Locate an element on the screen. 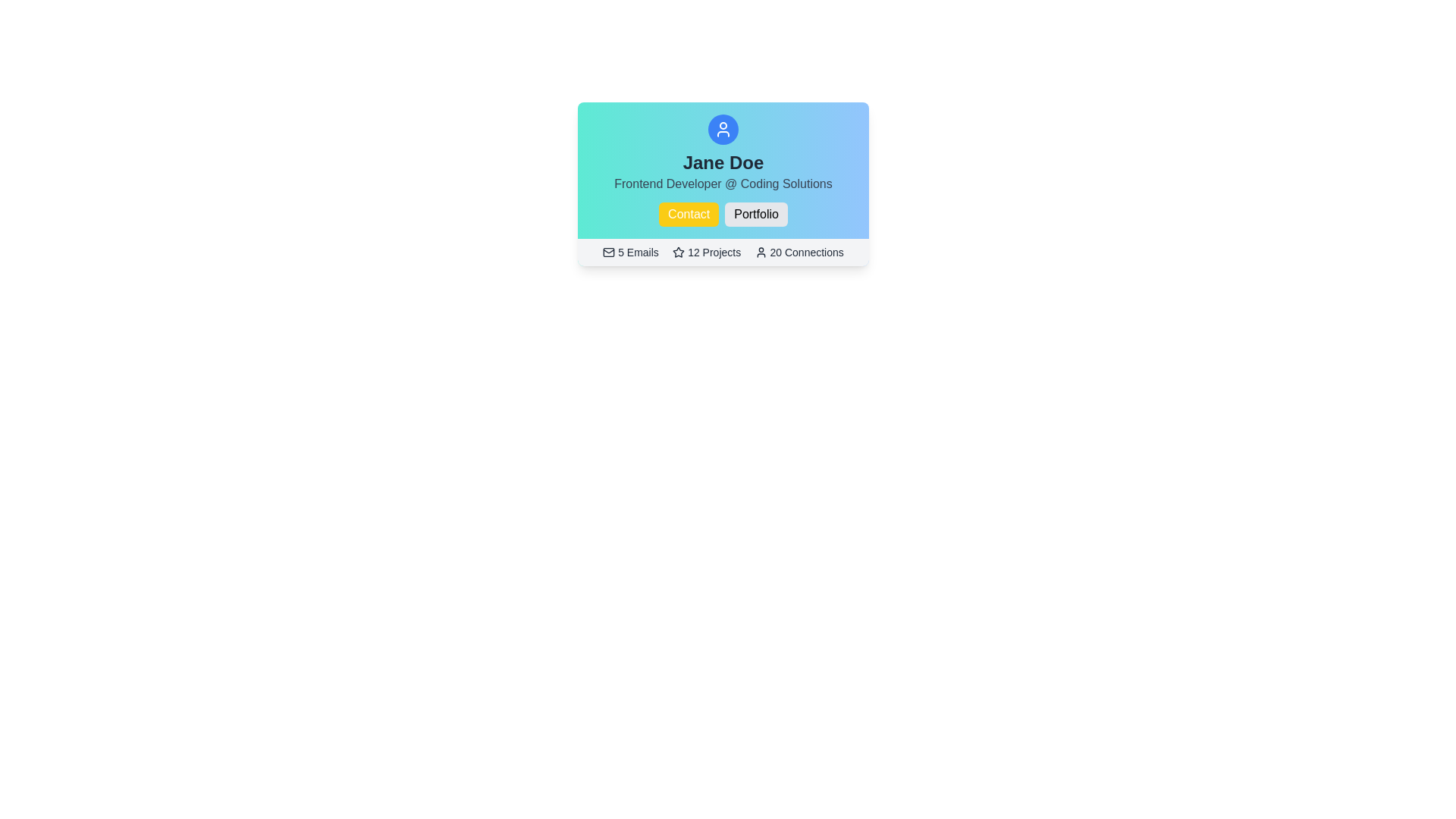 The image size is (1456, 819). the 'Projects' icon in the lower row of the main card interface, which is the second element in a group that includes an email icon and a person icon, to gather visual information about its representation of project achievements is located at coordinates (678, 251).